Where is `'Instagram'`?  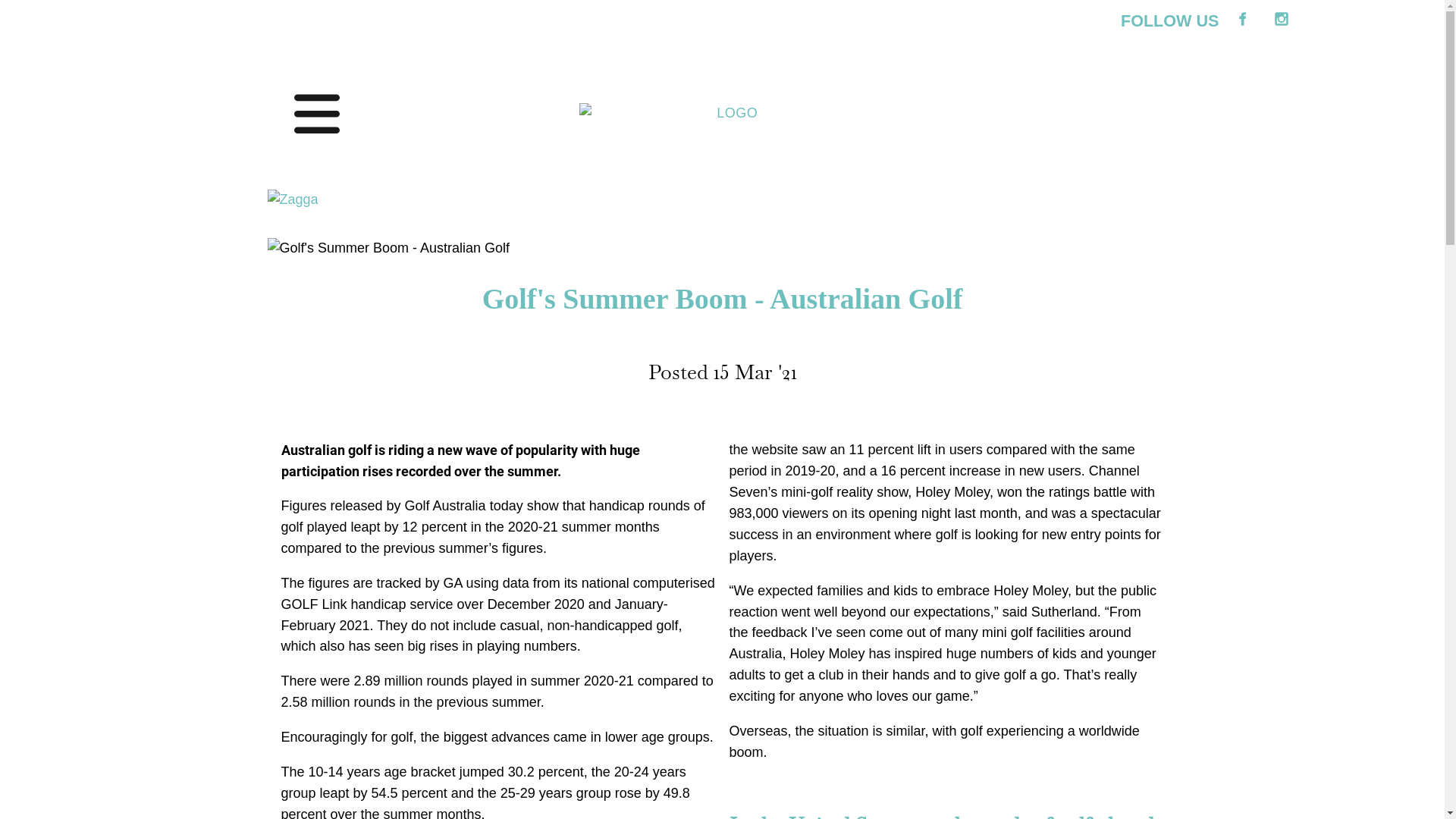 'Instagram' is located at coordinates (1280, 18).